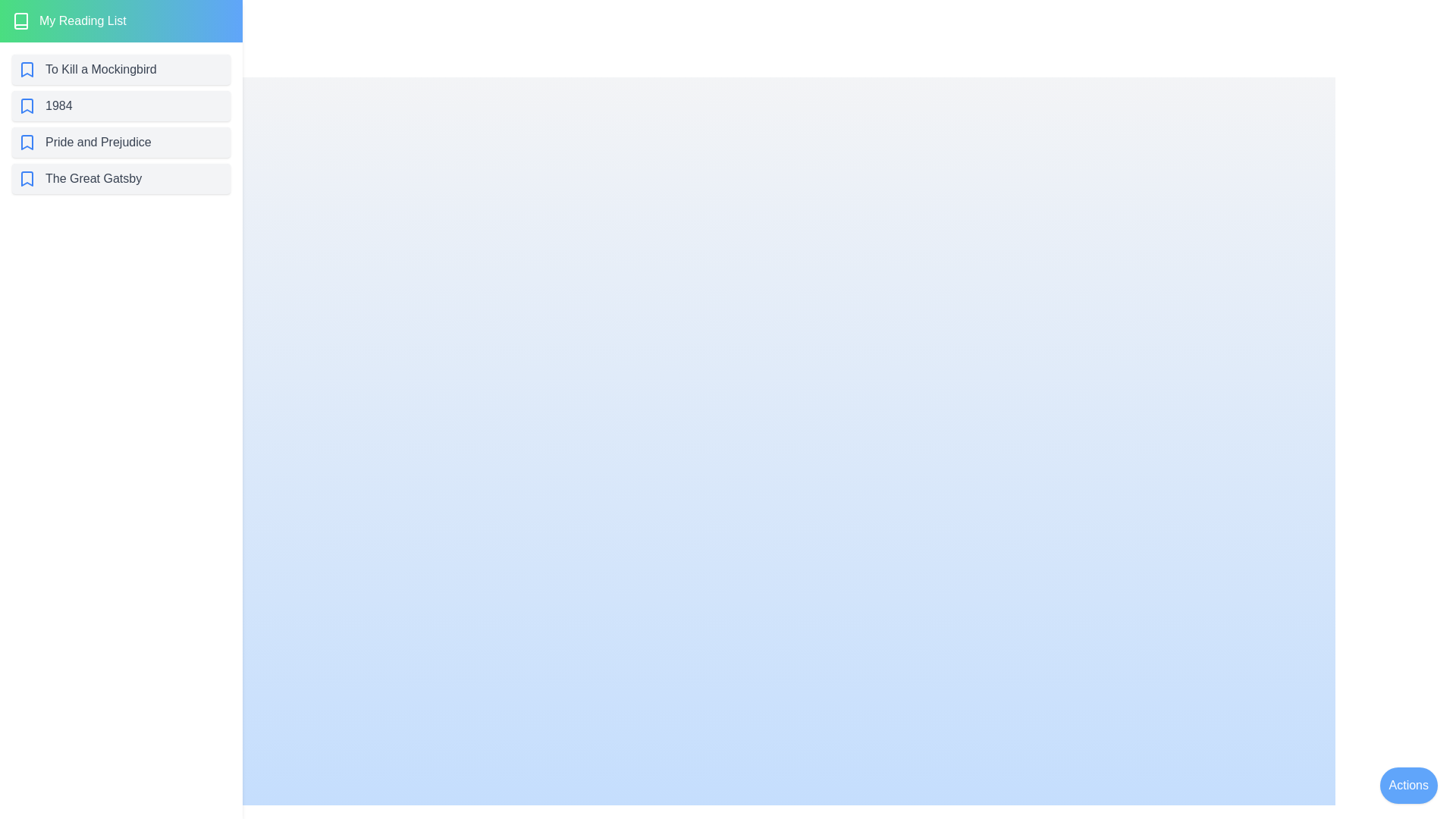  I want to click on the book titled The Great Gatsby from the list, so click(120, 177).